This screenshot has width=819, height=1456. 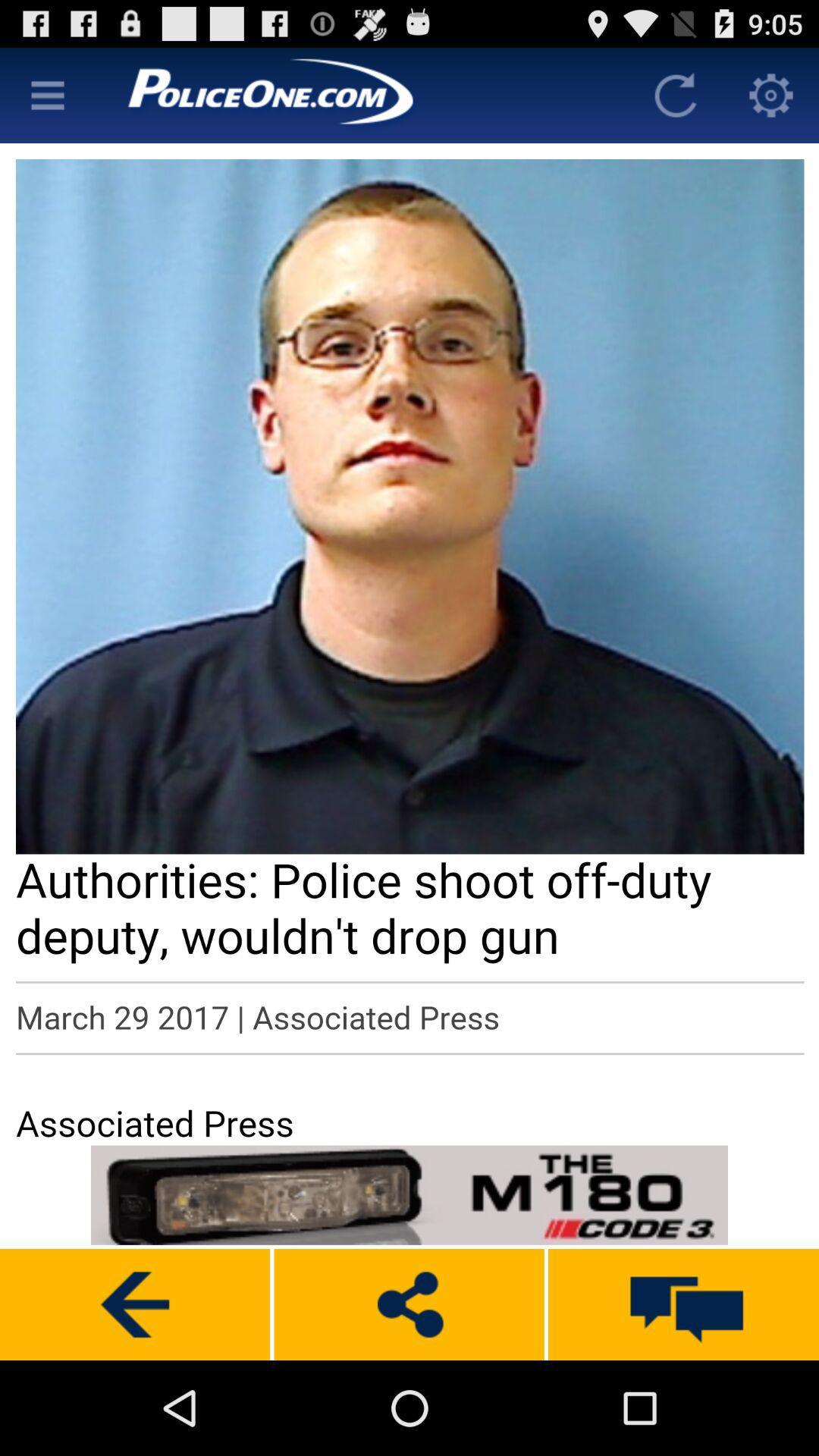 I want to click on open menu, so click(x=46, y=94).